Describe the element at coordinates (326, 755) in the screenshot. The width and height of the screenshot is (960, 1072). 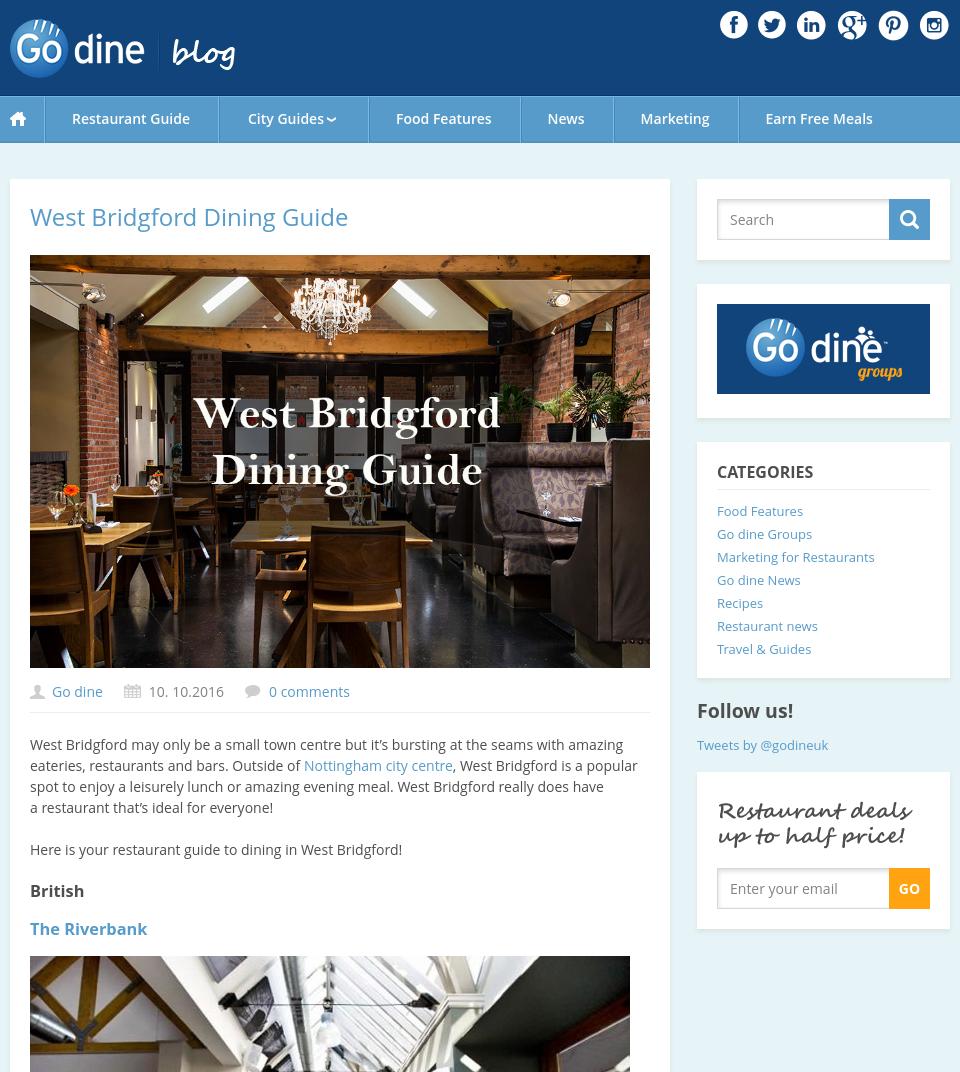
I see `'West Bridgford may only be a small town centre but it’s bursting at the seams with amazing eateries, restaurants and bars. Outside of'` at that location.